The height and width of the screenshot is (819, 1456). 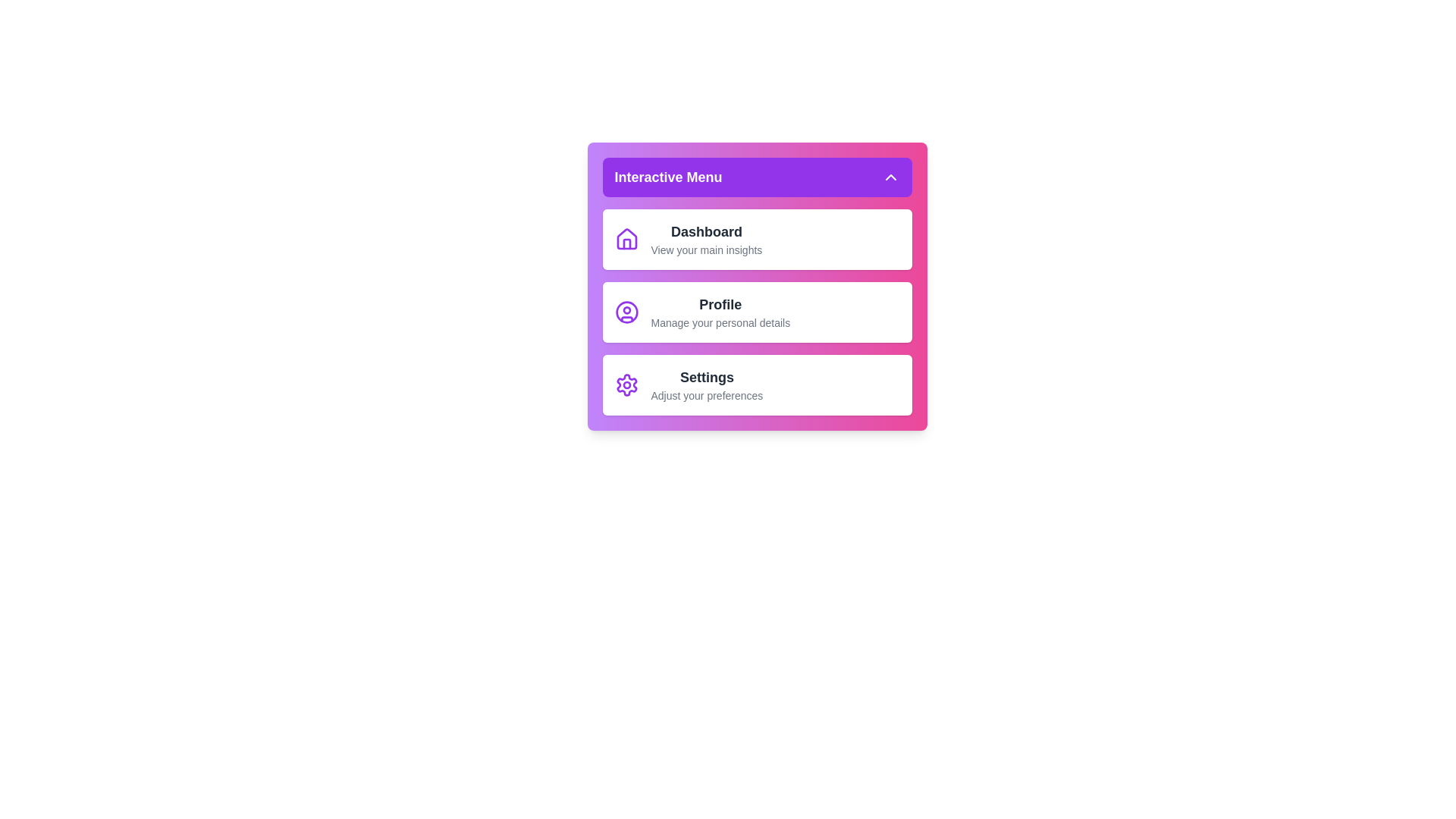 What do you see at coordinates (626, 384) in the screenshot?
I see `the icon of the menu item labeled Settings` at bounding box center [626, 384].